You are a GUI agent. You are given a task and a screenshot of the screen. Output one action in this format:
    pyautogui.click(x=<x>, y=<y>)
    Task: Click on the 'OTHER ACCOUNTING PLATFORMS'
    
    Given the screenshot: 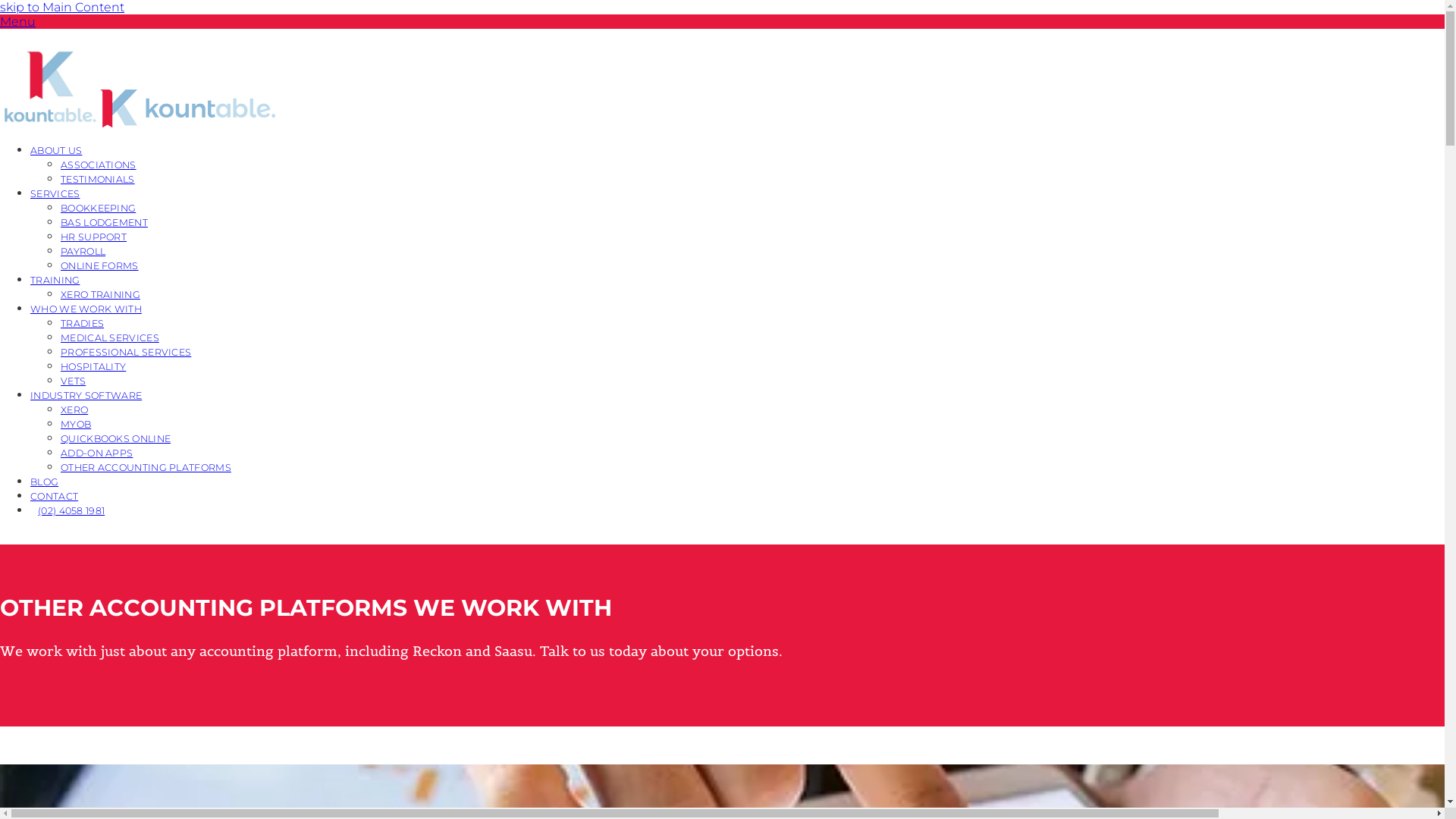 What is the action you would take?
    pyautogui.click(x=146, y=466)
    